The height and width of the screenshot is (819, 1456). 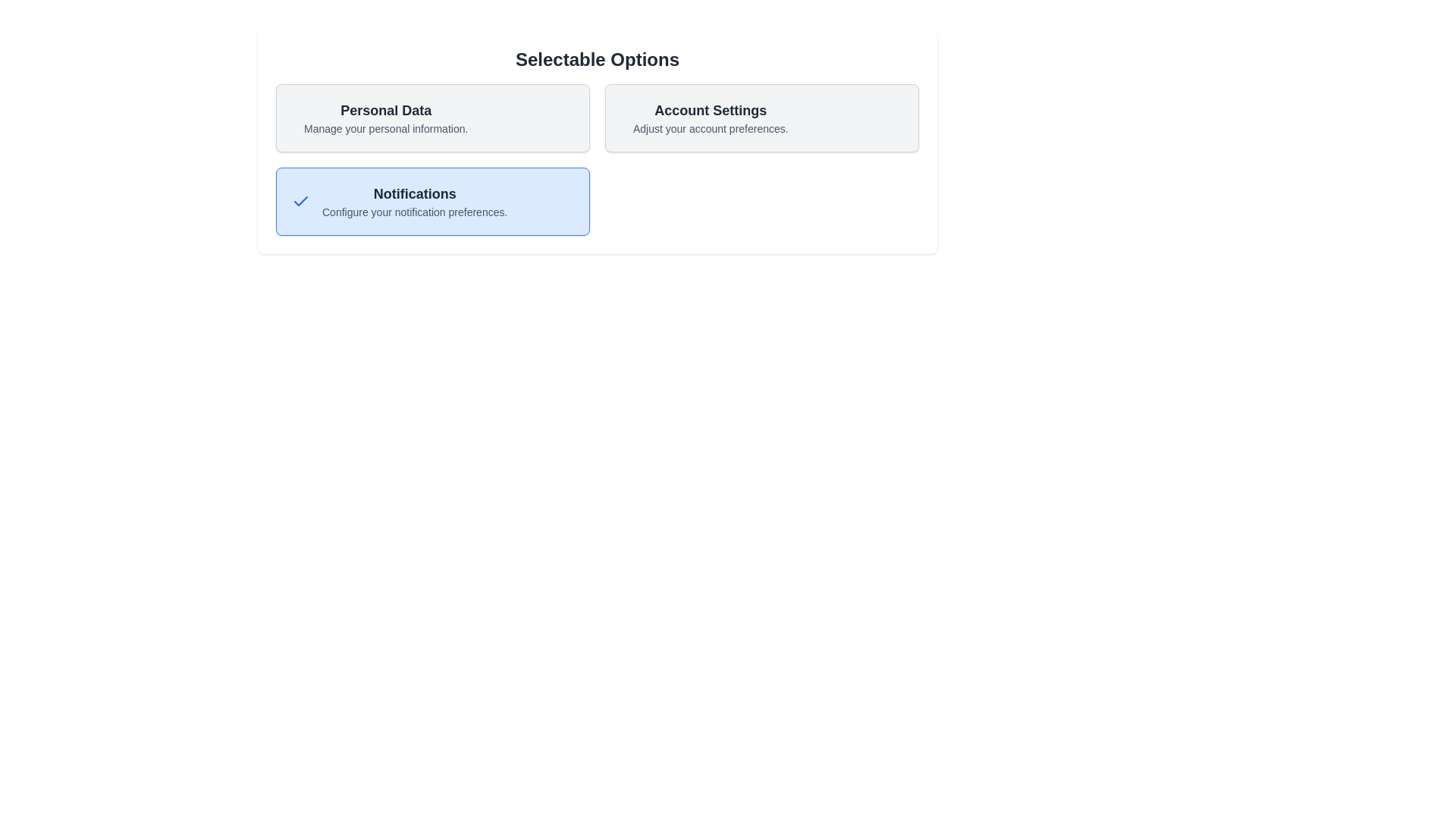 What do you see at coordinates (301, 200) in the screenshot?
I see `the Notifications icon to interpret its visual representation as a selected state` at bounding box center [301, 200].